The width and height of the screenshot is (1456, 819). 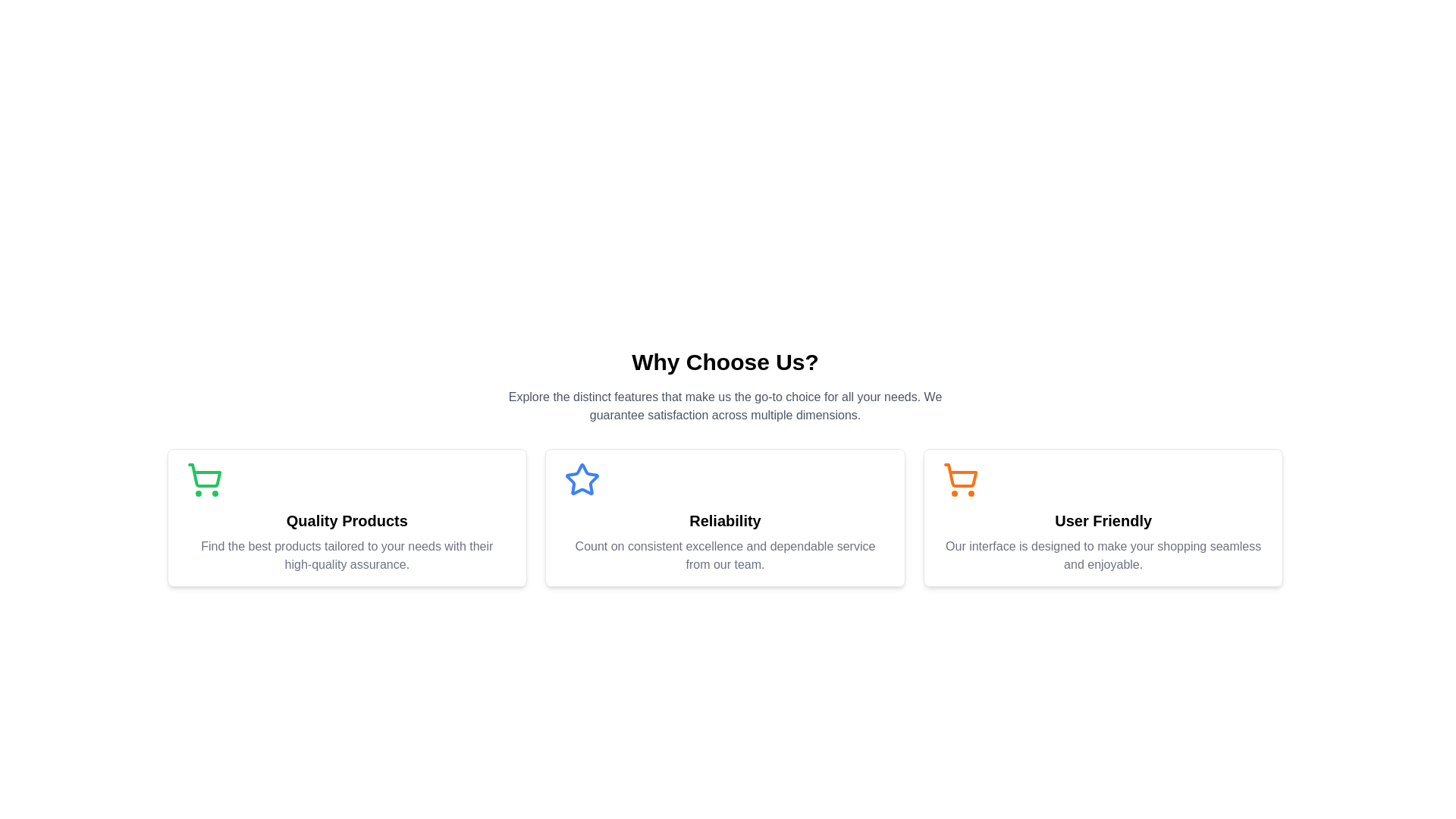 What do you see at coordinates (724, 516) in the screenshot?
I see `the Informational Card that features a star icon and the header text 'Reliability', which is the second card from the left in a grid layout` at bounding box center [724, 516].